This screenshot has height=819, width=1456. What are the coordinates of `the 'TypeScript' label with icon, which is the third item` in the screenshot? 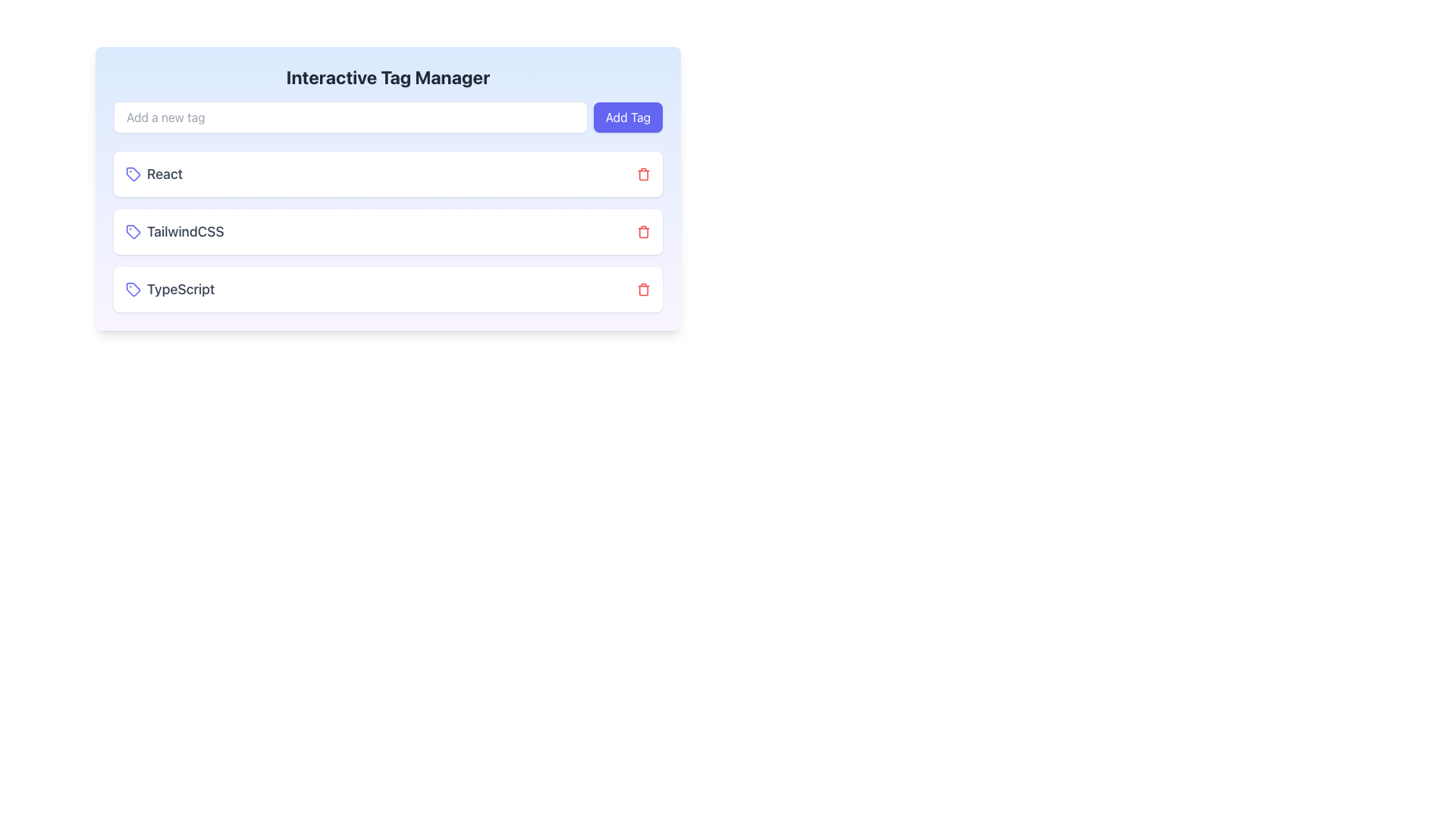 It's located at (170, 289).